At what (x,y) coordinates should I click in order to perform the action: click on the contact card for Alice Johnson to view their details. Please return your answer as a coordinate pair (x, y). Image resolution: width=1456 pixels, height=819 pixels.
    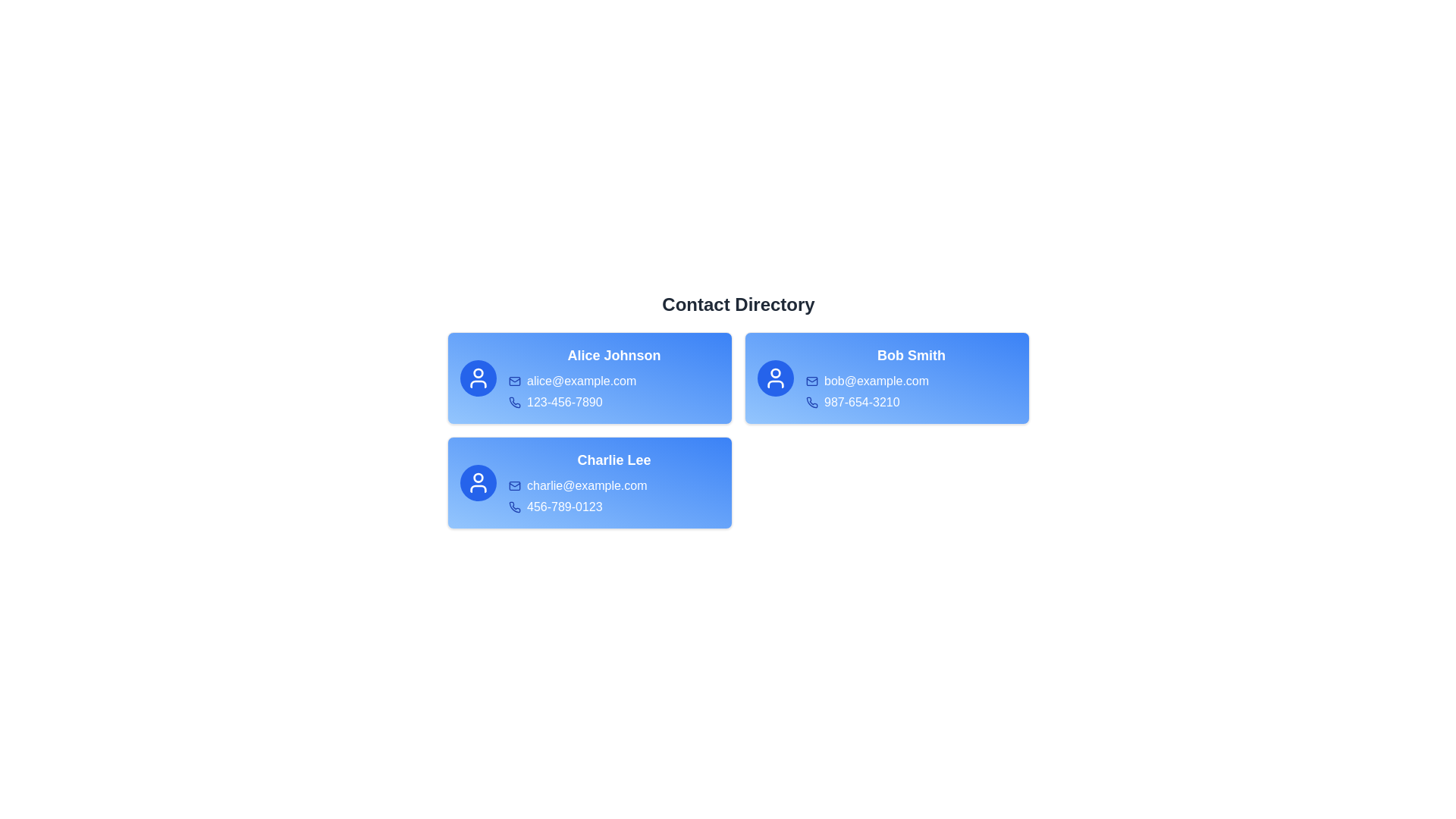
    Looking at the image, I should click on (588, 377).